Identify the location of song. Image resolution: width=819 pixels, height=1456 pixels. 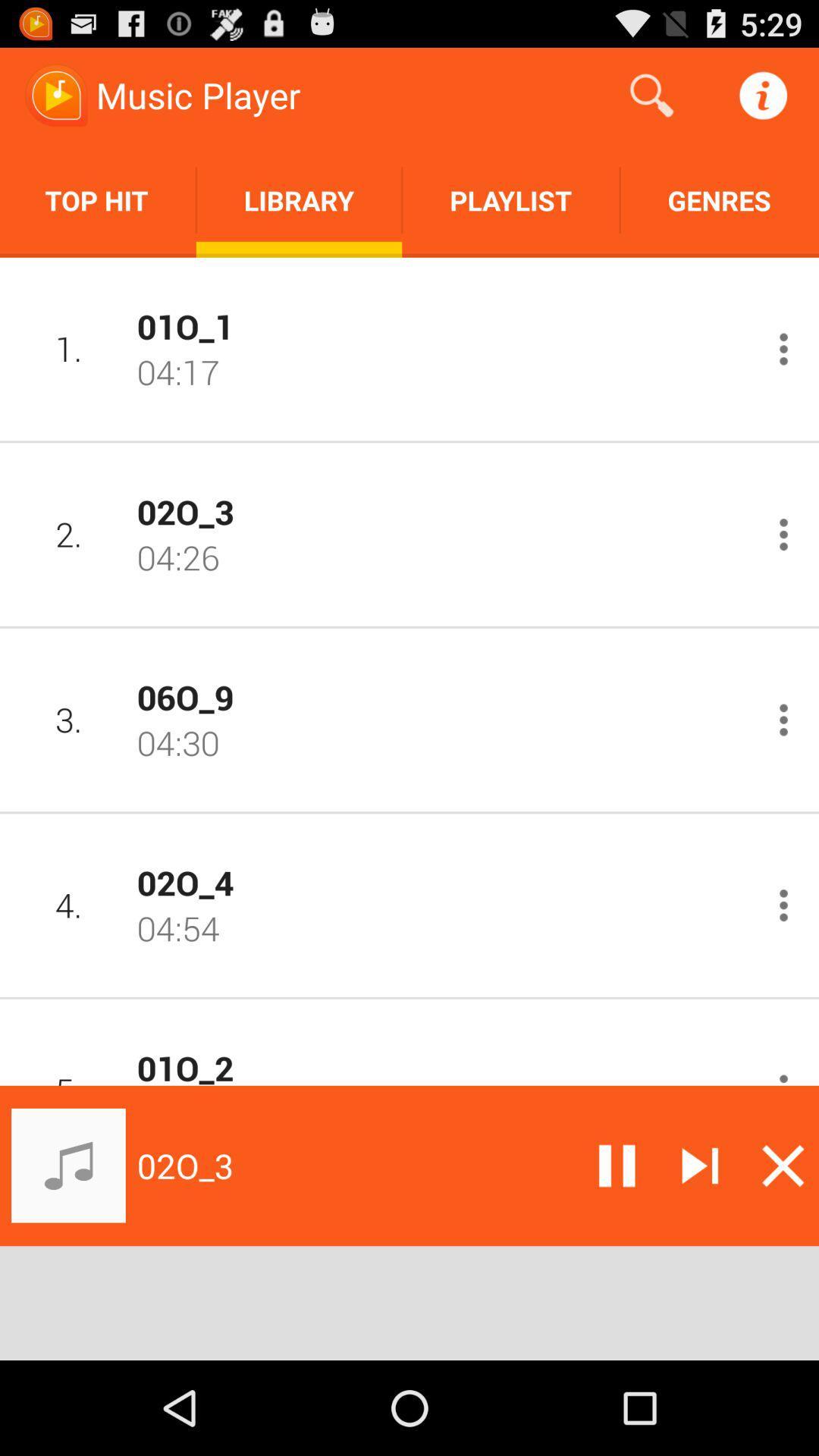
(783, 719).